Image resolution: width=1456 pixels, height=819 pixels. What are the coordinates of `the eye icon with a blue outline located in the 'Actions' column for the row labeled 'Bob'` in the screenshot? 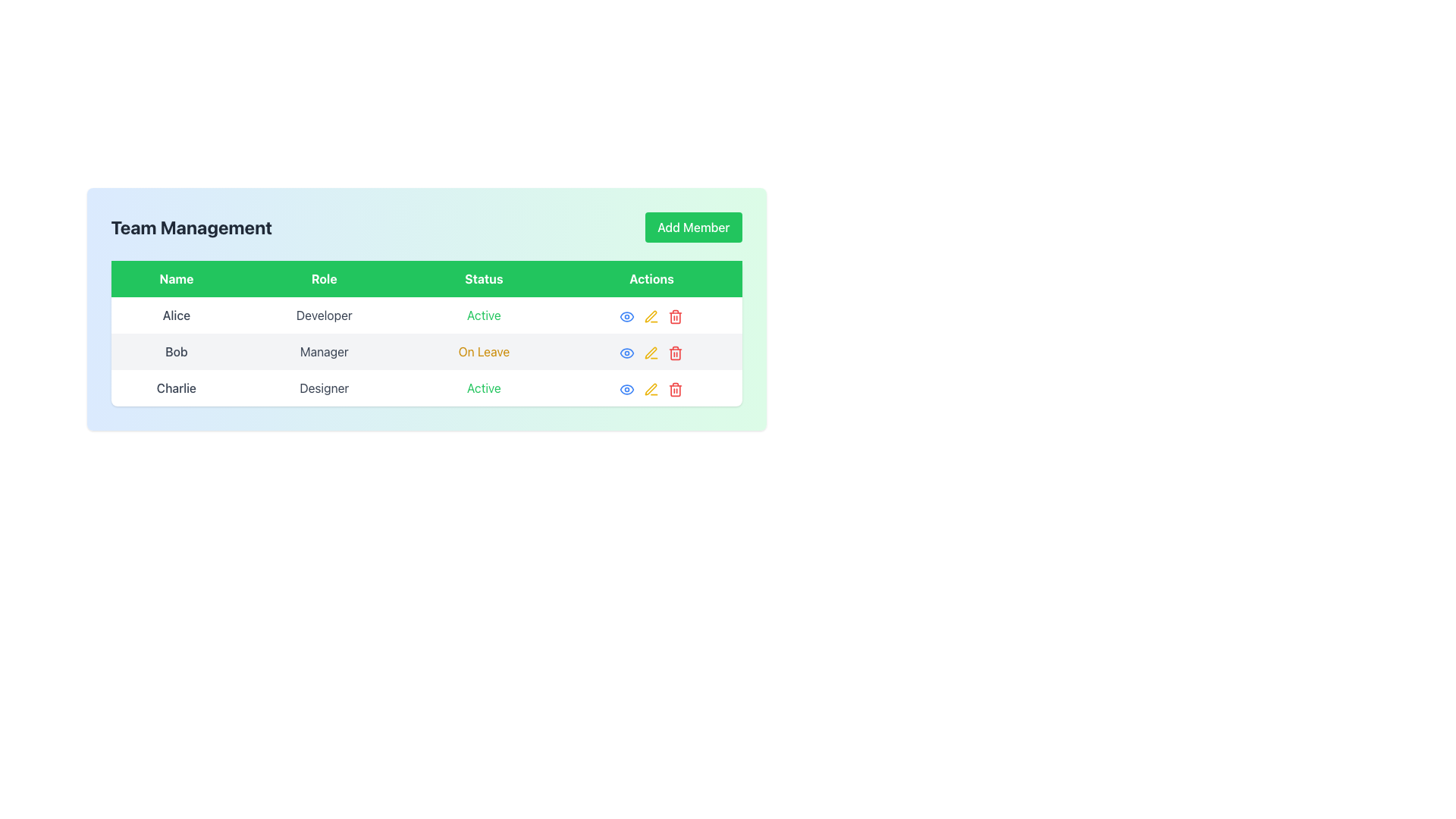 It's located at (627, 353).